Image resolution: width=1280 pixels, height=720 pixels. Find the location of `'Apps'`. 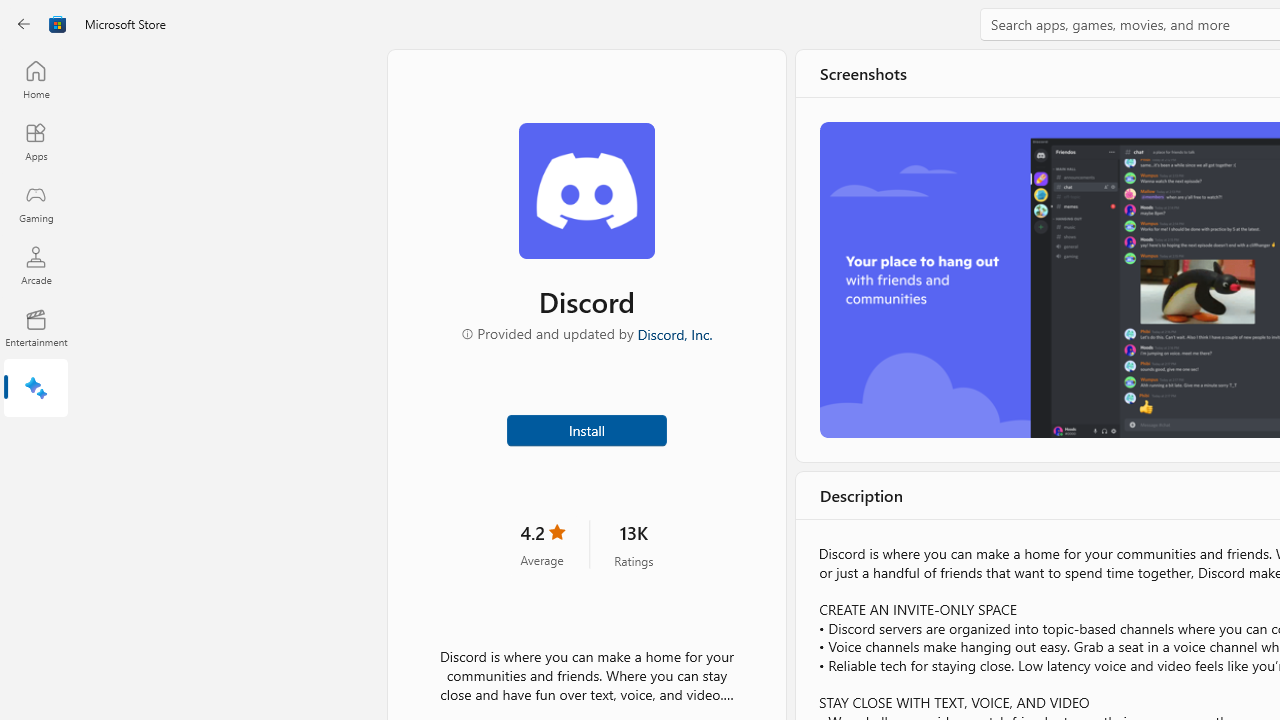

'Apps' is located at coordinates (35, 140).